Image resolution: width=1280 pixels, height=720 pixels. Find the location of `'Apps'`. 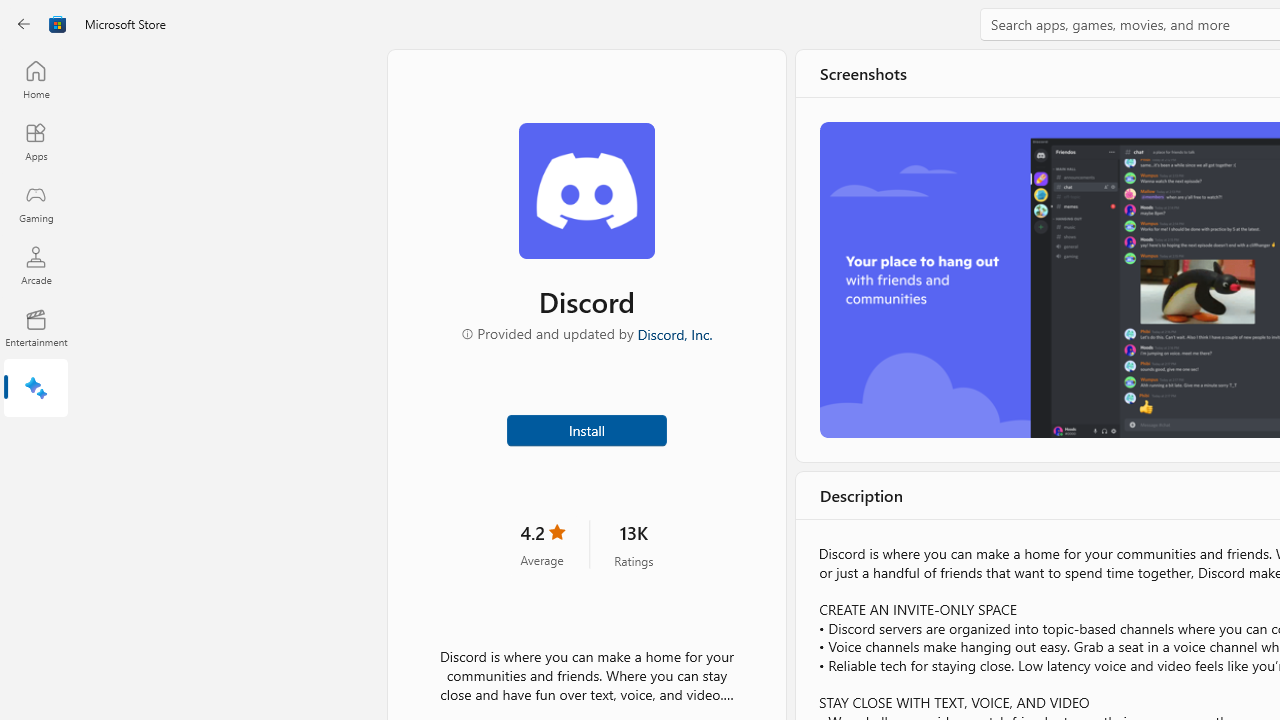

'Apps' is located at coordinates (35, 140).